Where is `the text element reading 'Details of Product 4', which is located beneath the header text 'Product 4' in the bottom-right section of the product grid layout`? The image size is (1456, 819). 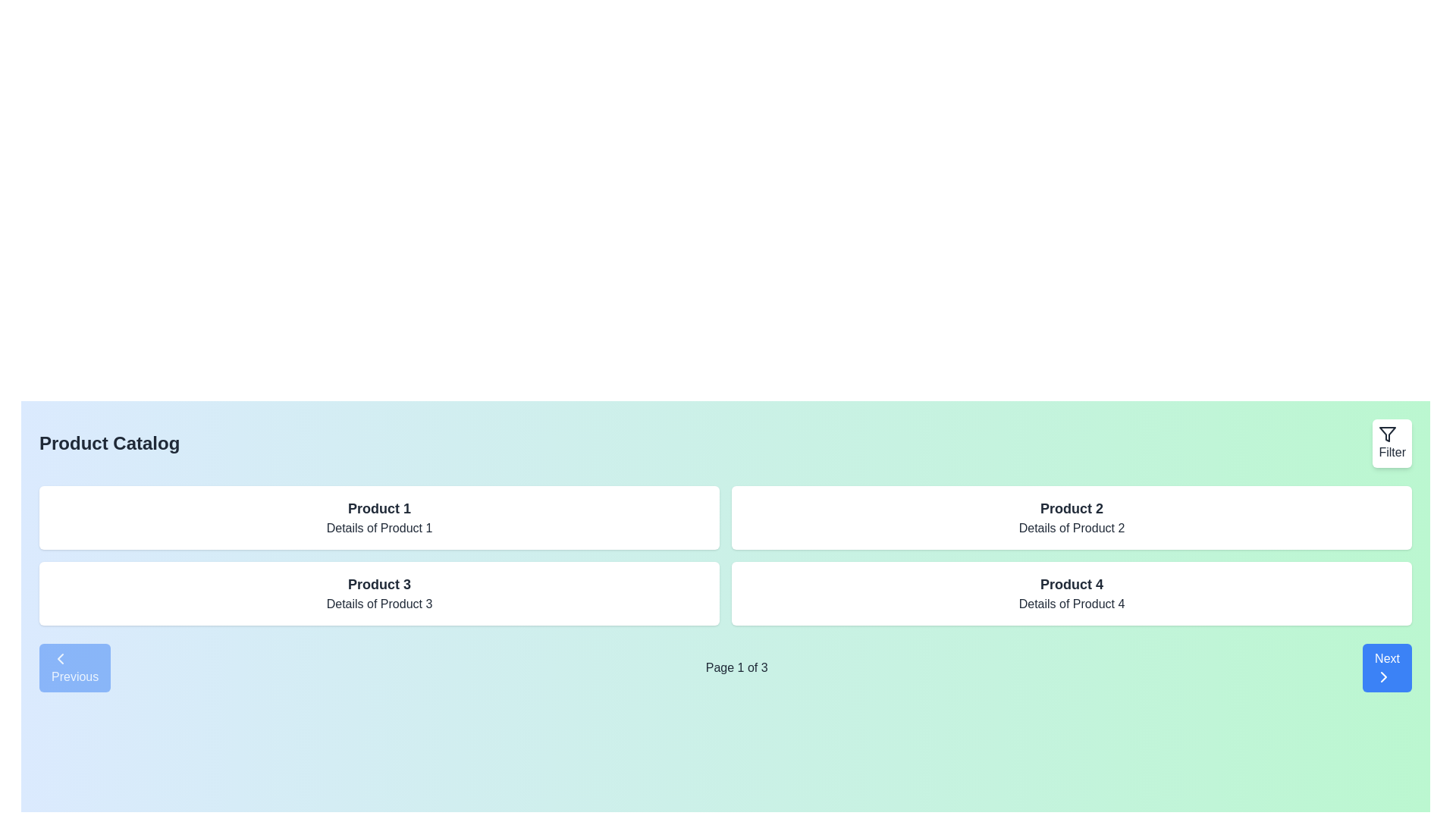
the text element reading 'Details of Product 4', which is located beneath the header text 'Product 4' in the bottom-right section of the product grid layout is located at coordinates (1071, 604).